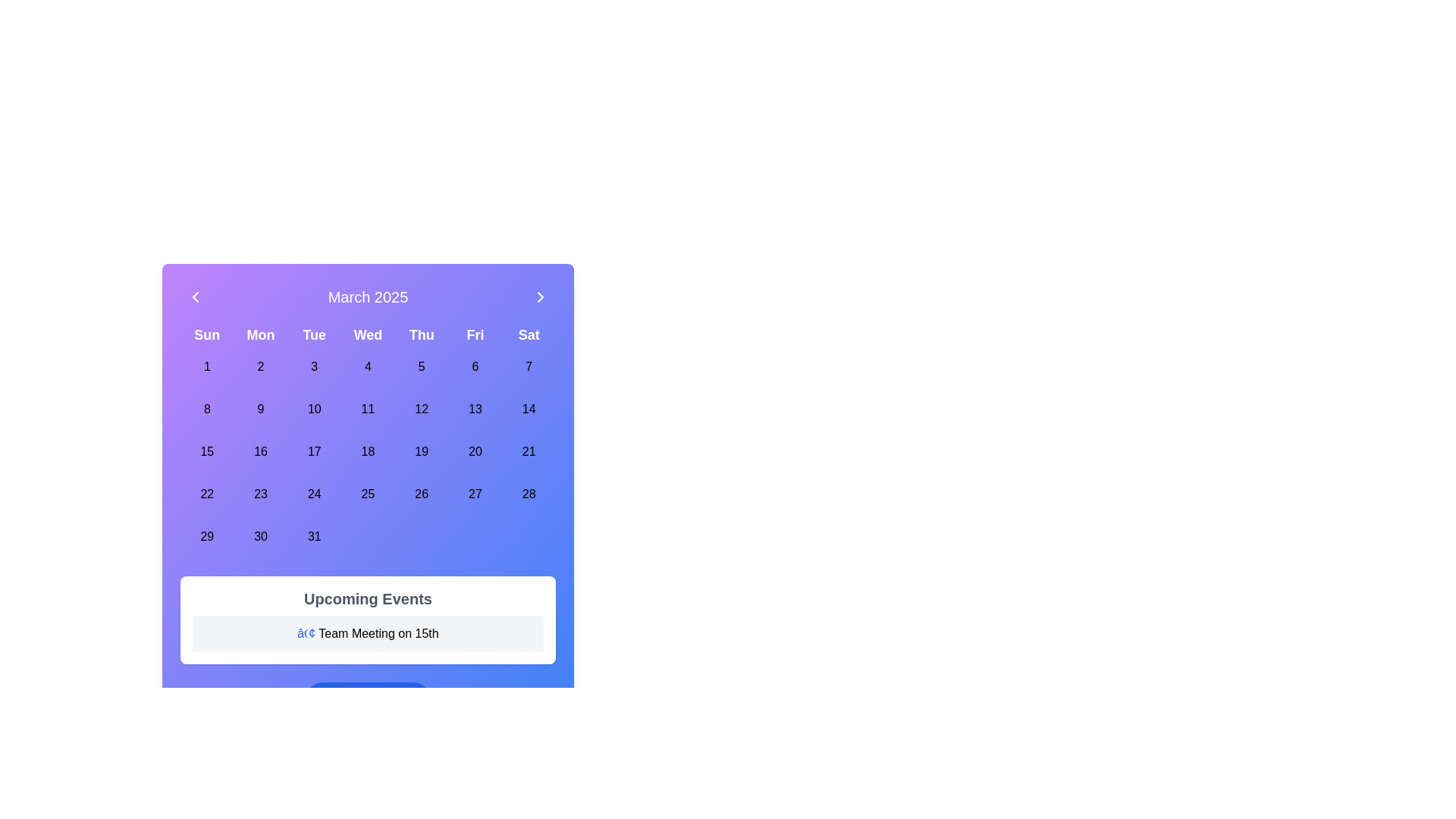  What do you see at coordinates (206, 366) in the screenshot?
I see `the button representing the first day of the month in the calendar to trigger hover effects` at bounding box center [206, 366].